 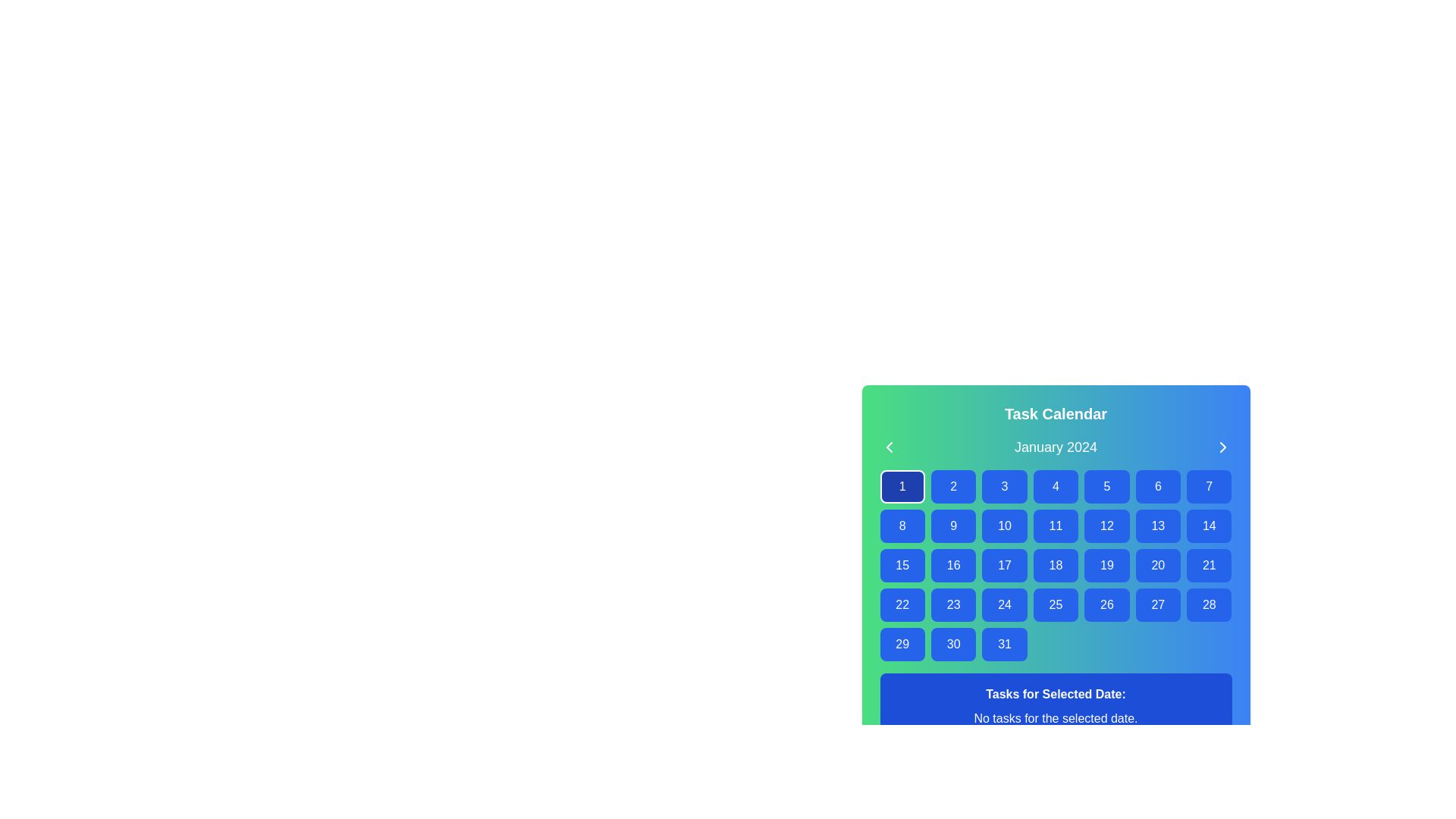 I want to click on the blue button with the numeral '16' inside it, located at the third row and second column of the calendar interface under 'Task Calendar' for January 2024, so click(x=952, y=565).